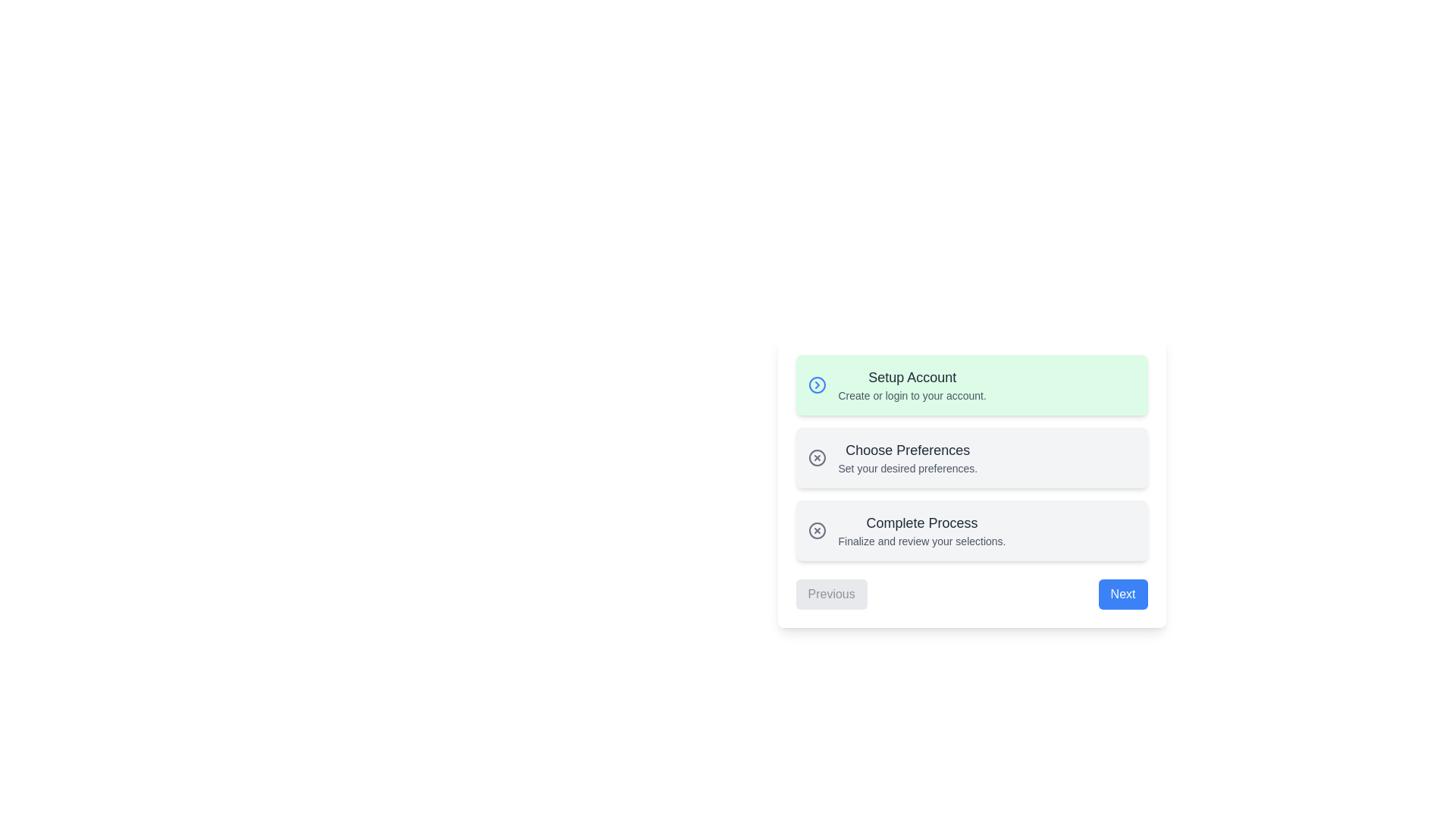  Describe the element at coordinates (816, 529) in the screenshot. I see `the graphical icon consisting of a circle with an 'X' in its center, which is located at the top-left of the 'Complete Process' card layout` at that location.